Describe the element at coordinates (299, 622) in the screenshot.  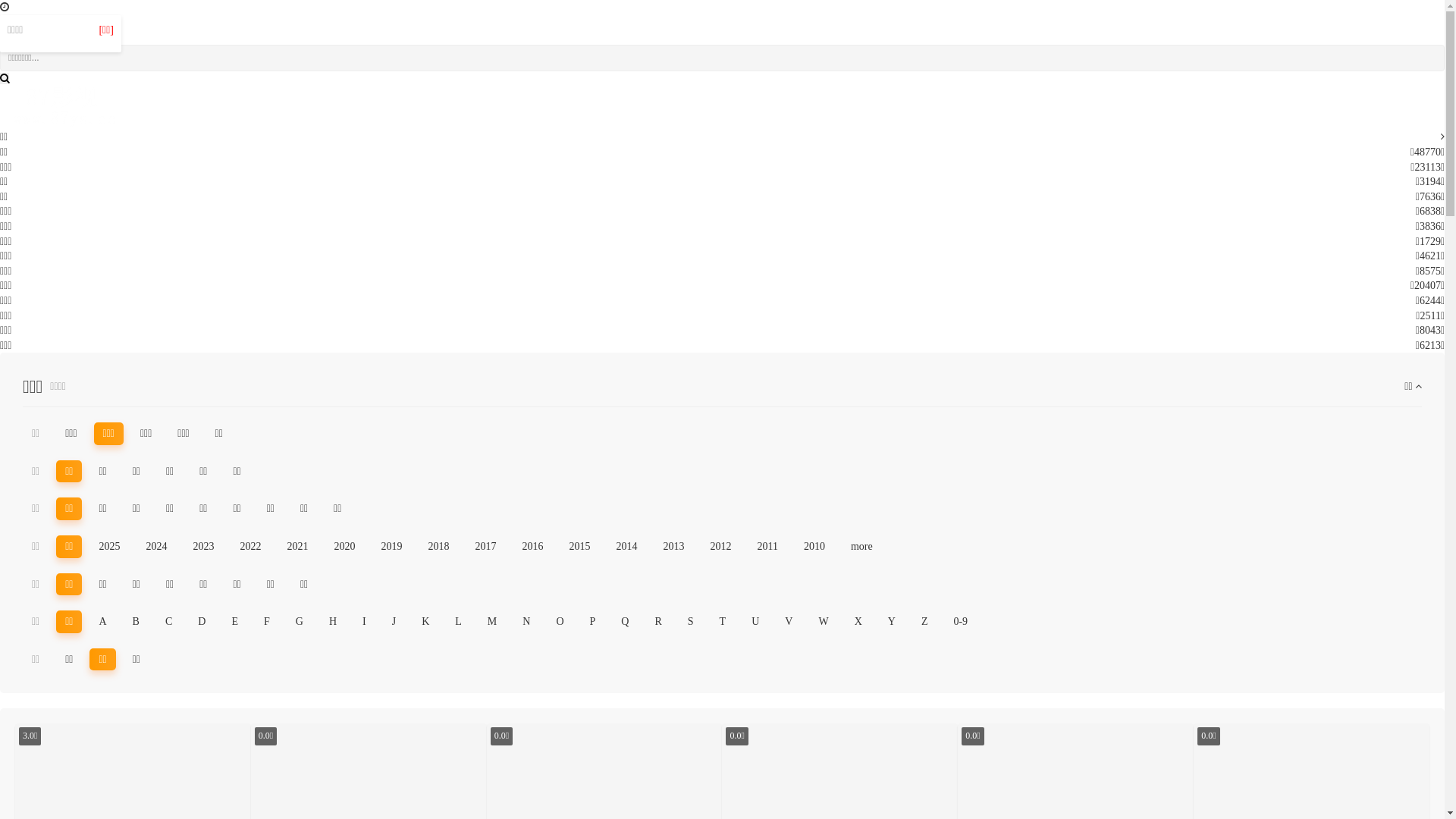
I see `'G'` at that location.